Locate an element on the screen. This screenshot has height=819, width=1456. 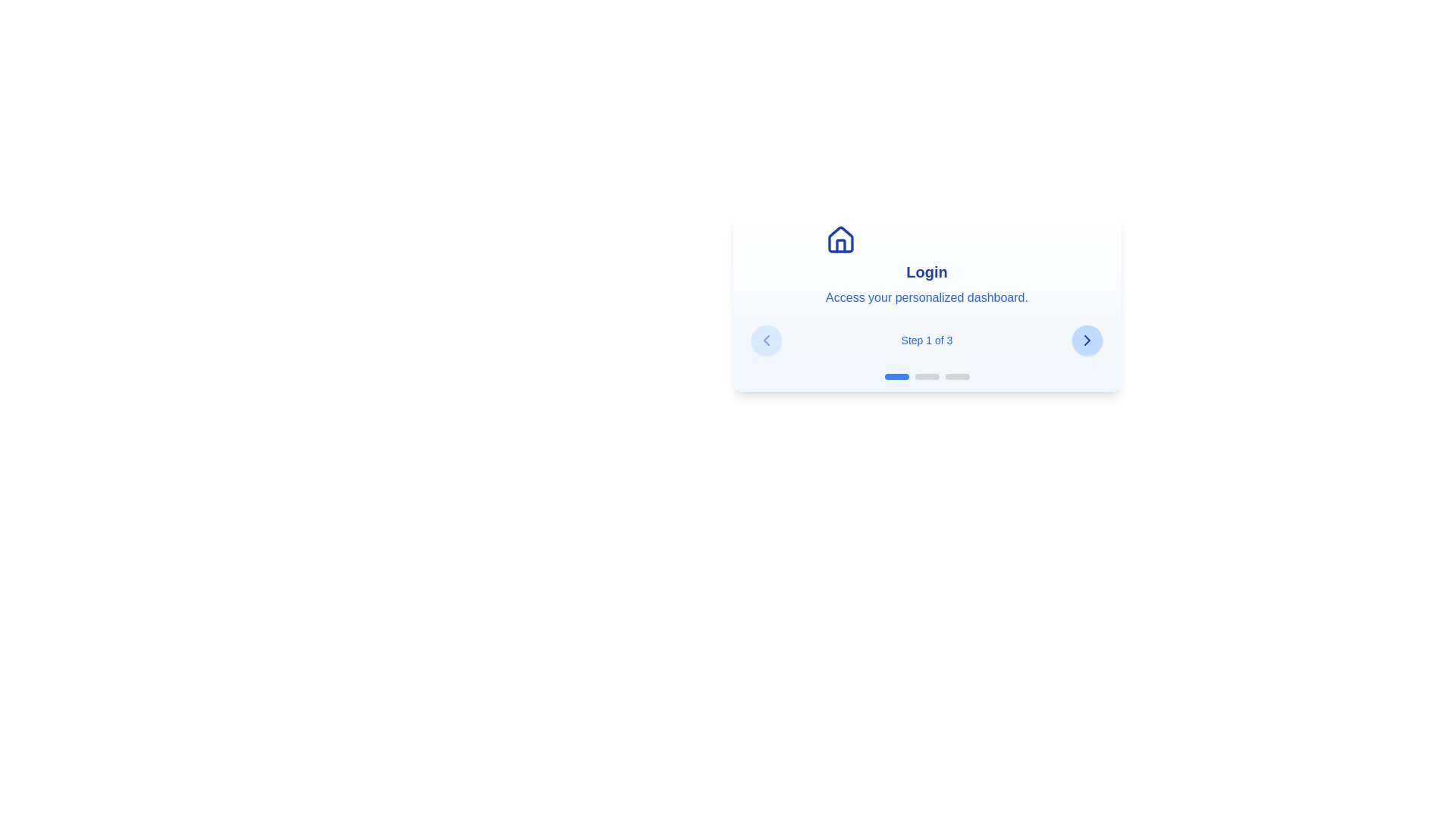
the left arrow button to navigate to the previous step is located at coordinates (766, 339).